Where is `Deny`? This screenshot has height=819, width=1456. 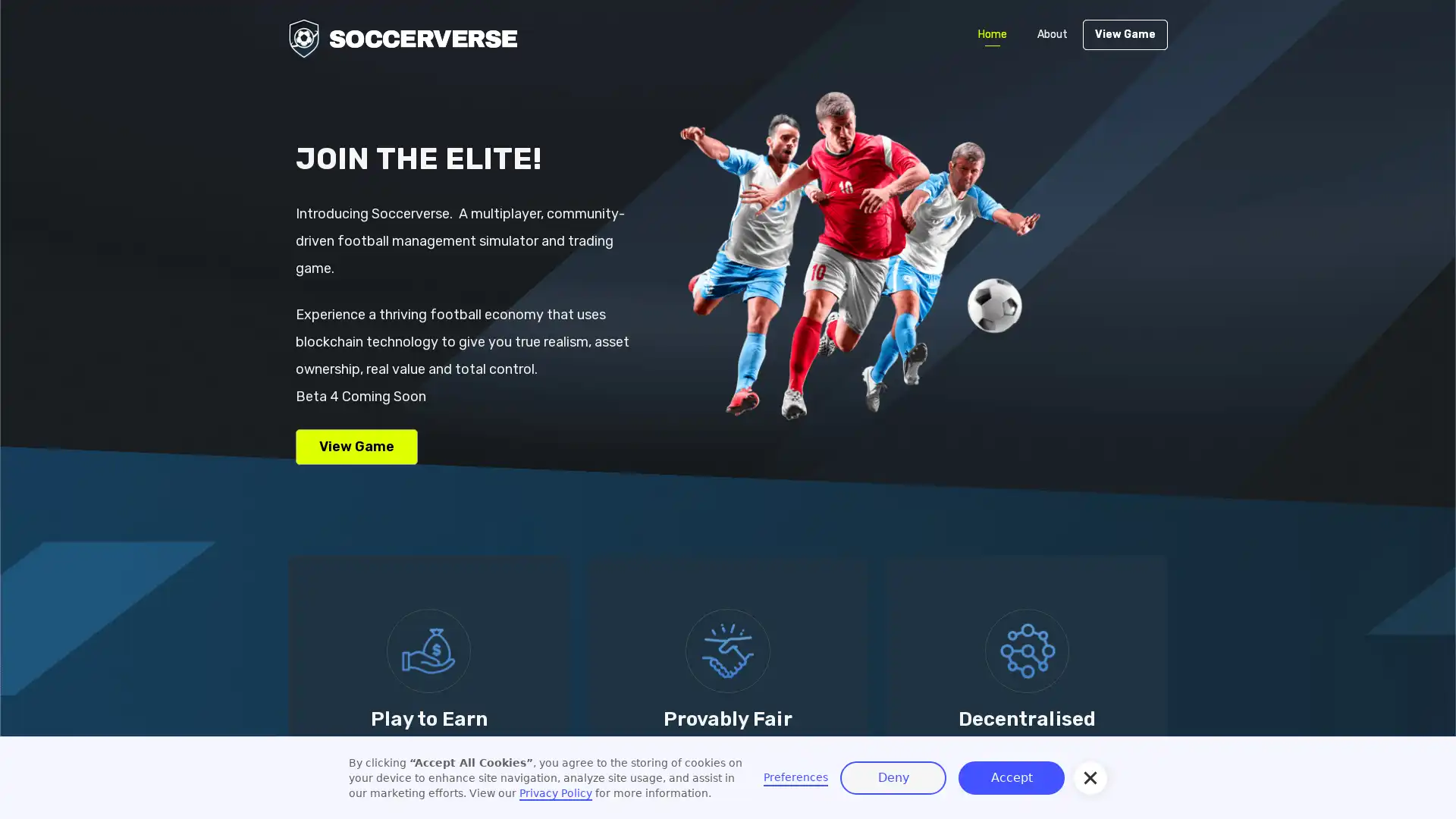 Deny is located at coordinates (893, 778).